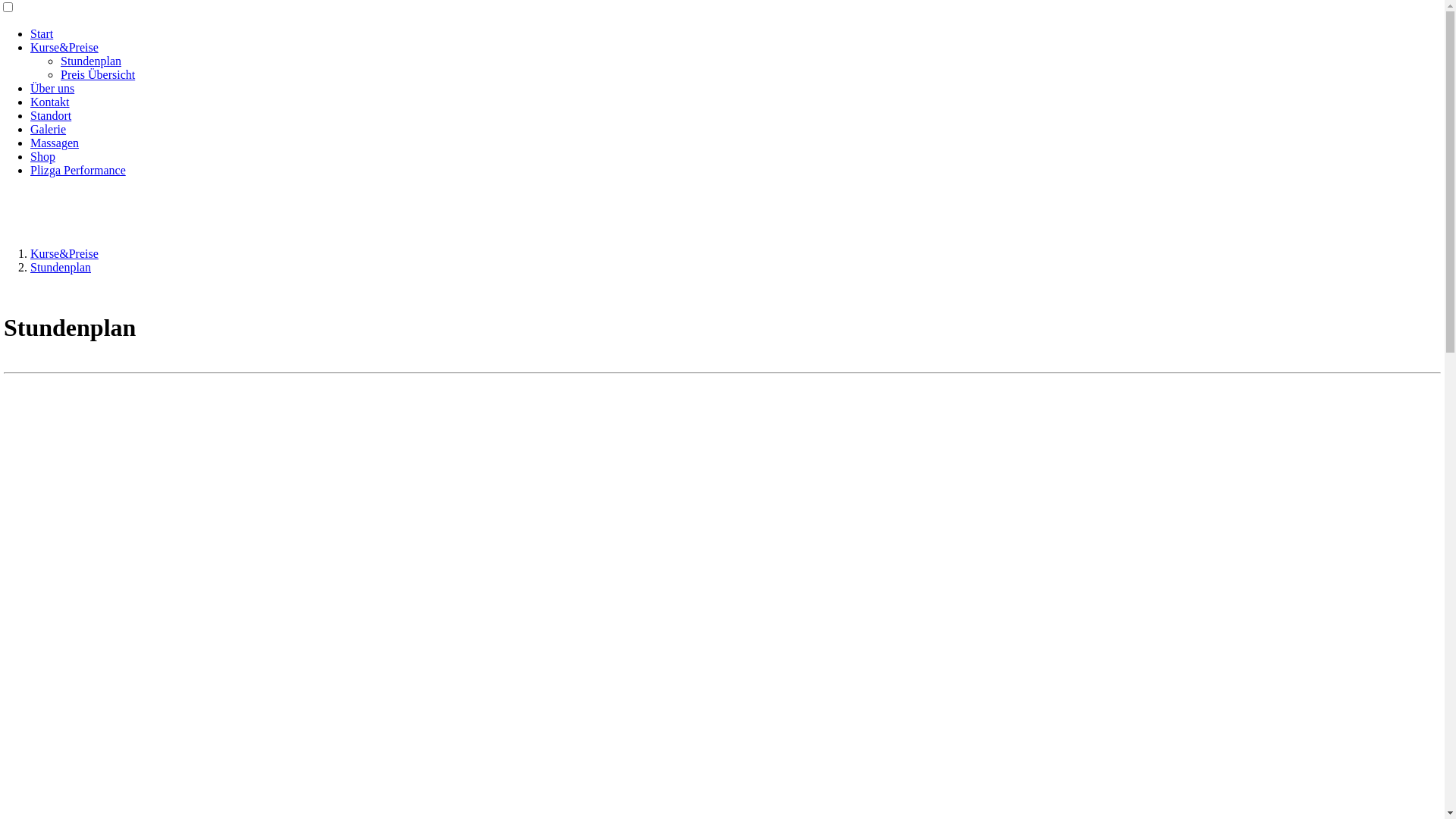 The image size is (1456, 819). Describe the element at coordinates (30, 253) in the screenshot. I see `'Kurse&Preise'` at that location.